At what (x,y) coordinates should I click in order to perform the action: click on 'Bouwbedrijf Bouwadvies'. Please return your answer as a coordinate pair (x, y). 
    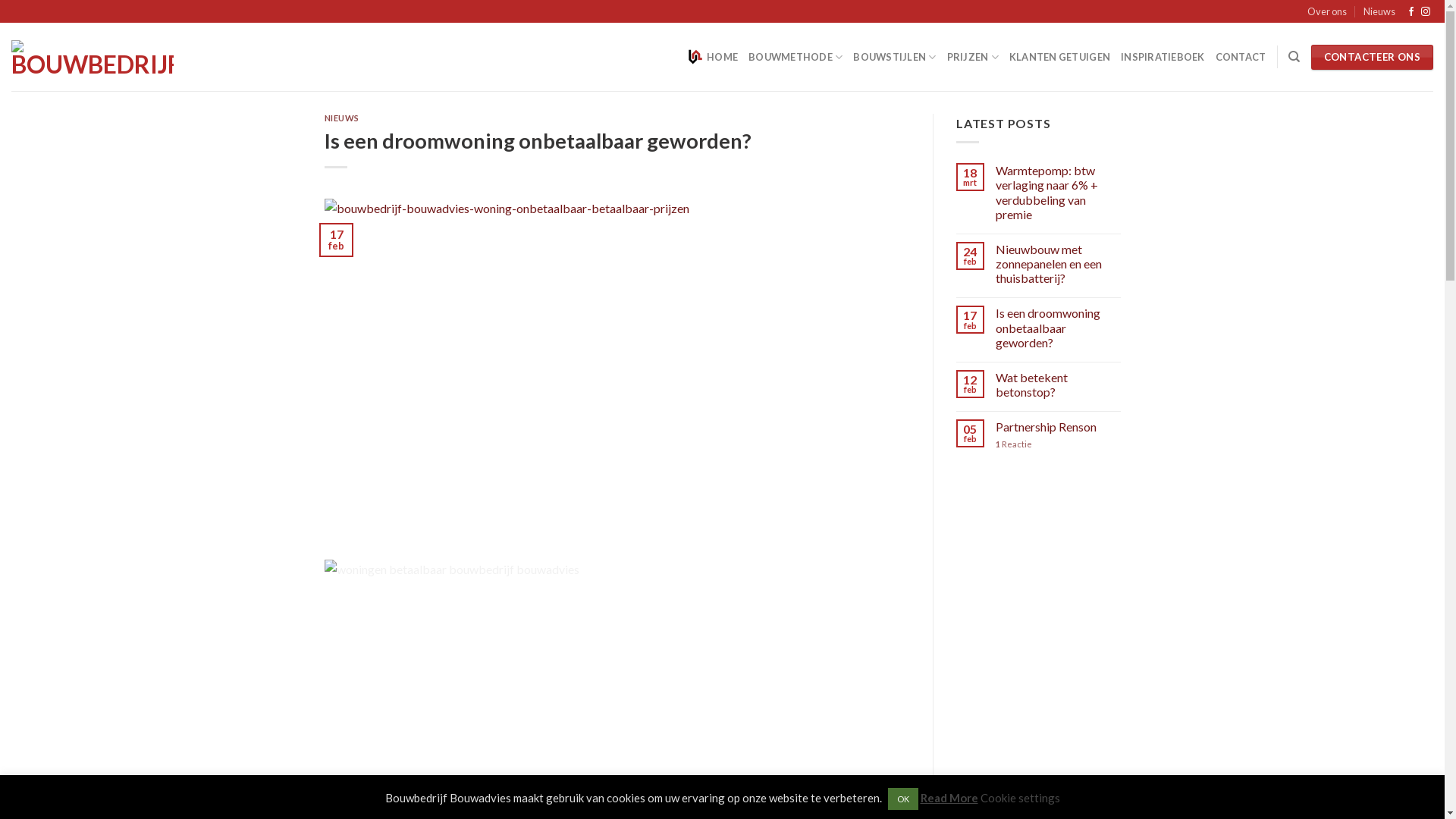
    Looking at the image, I should click on (91, 57).